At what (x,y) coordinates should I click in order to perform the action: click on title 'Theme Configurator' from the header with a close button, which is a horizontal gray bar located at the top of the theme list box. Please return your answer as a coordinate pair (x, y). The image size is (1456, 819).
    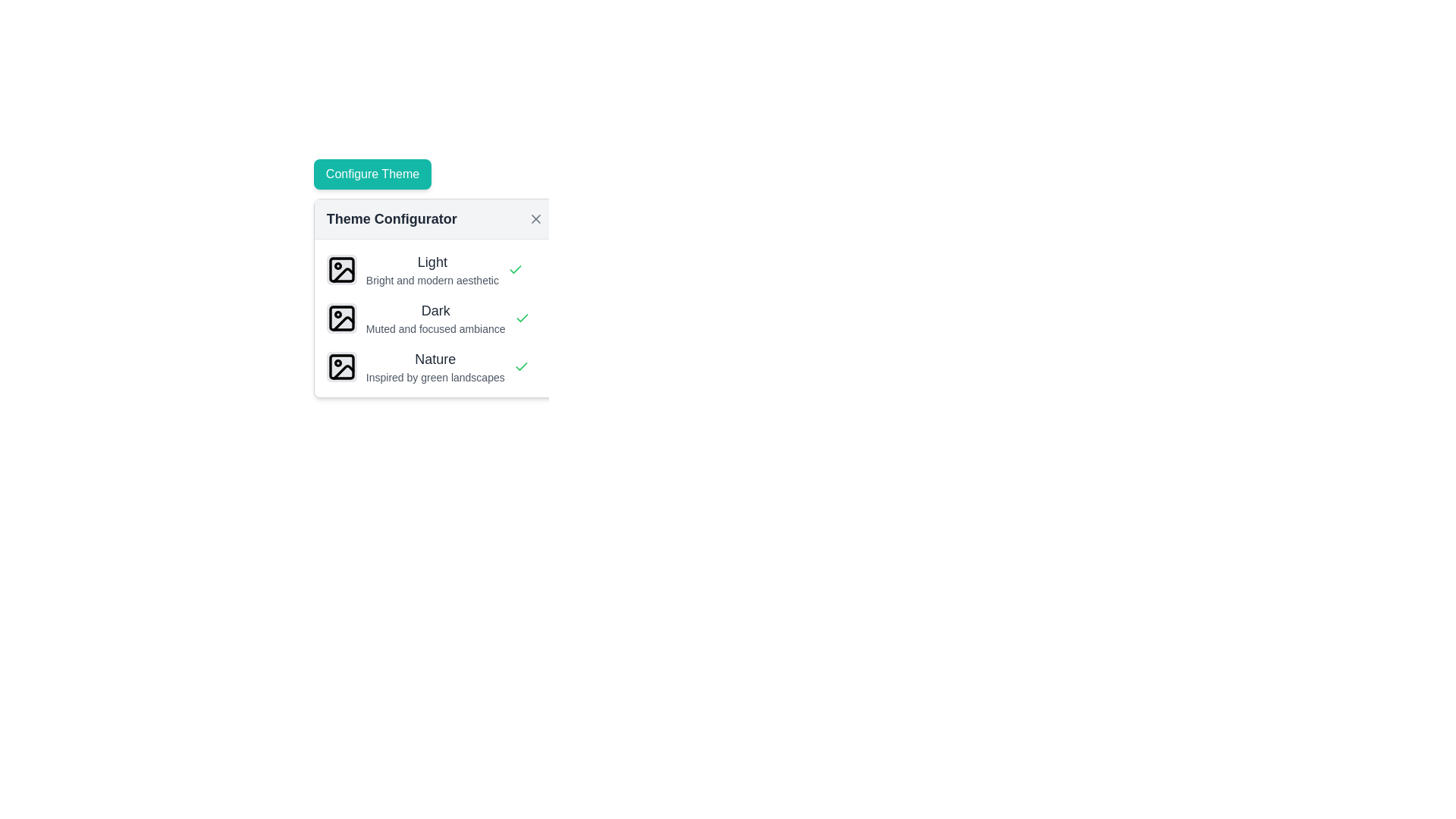
    Looking at the image, I should click on (434, 219).